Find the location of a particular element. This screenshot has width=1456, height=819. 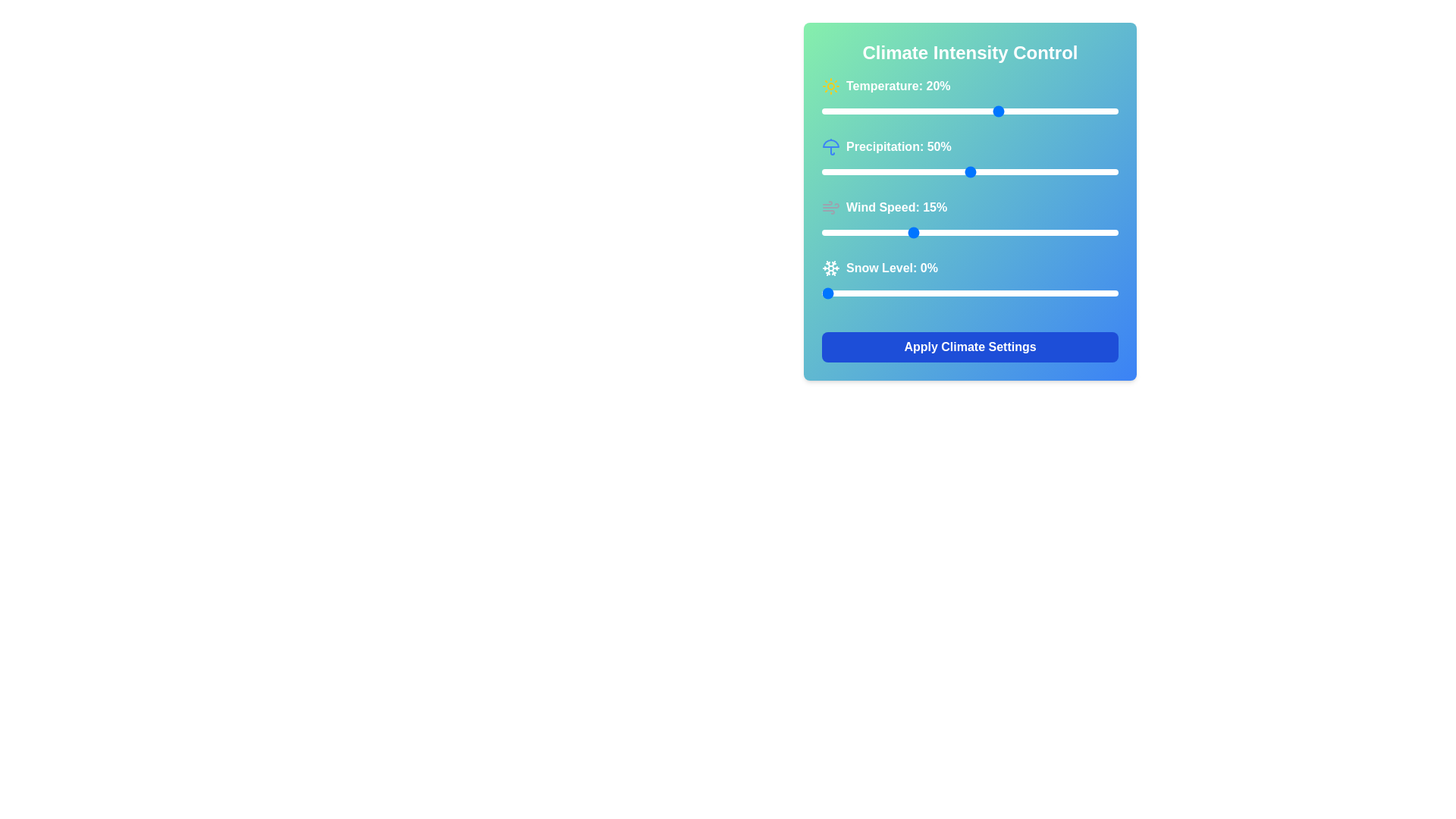

the temperature slider is located at coordinates (946, 110).